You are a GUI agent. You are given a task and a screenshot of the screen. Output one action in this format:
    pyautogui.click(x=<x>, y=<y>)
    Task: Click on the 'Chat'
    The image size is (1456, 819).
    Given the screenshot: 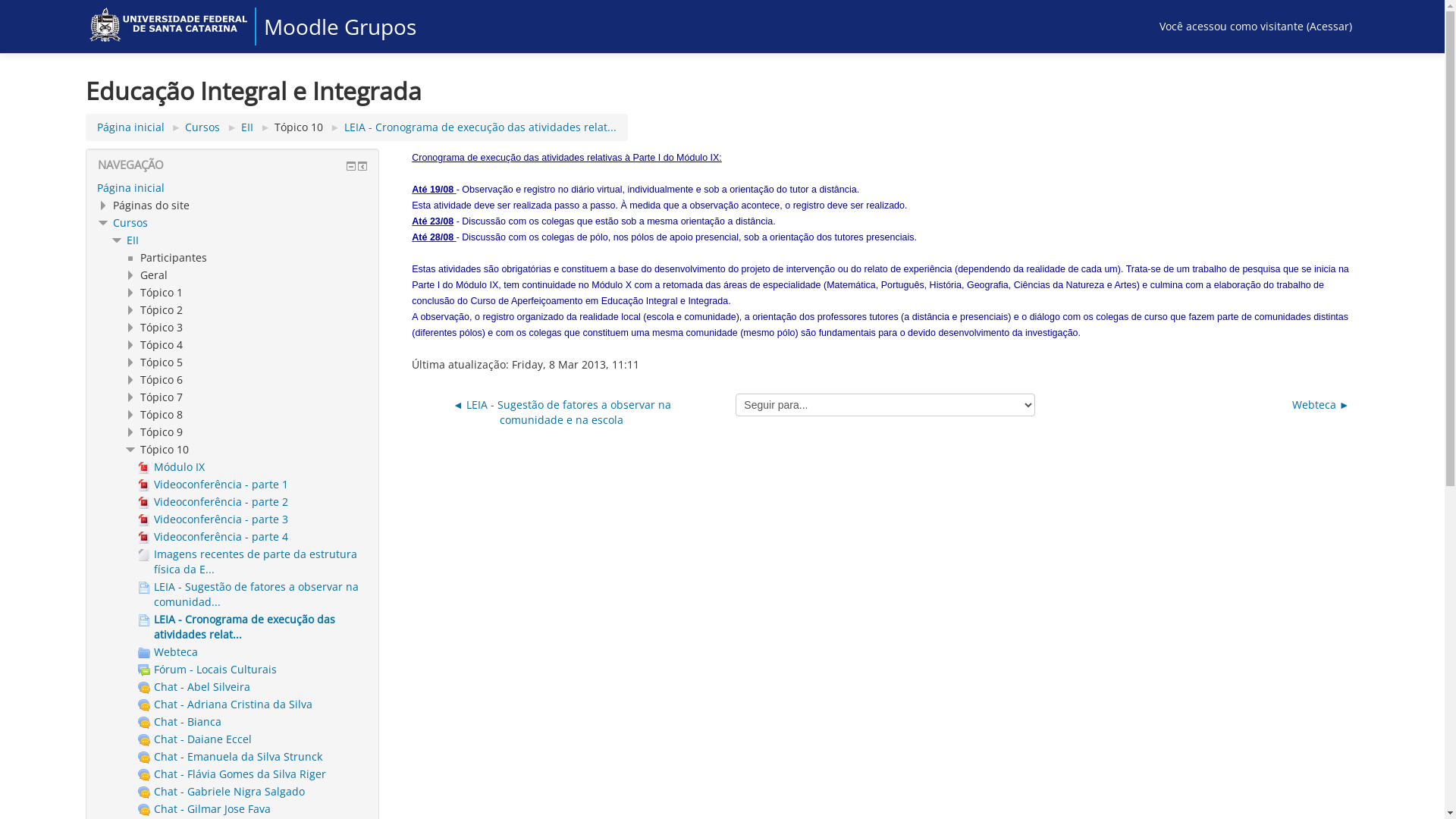 What is the action you would take?
    pyautogui.click(x=144, y=687)
    